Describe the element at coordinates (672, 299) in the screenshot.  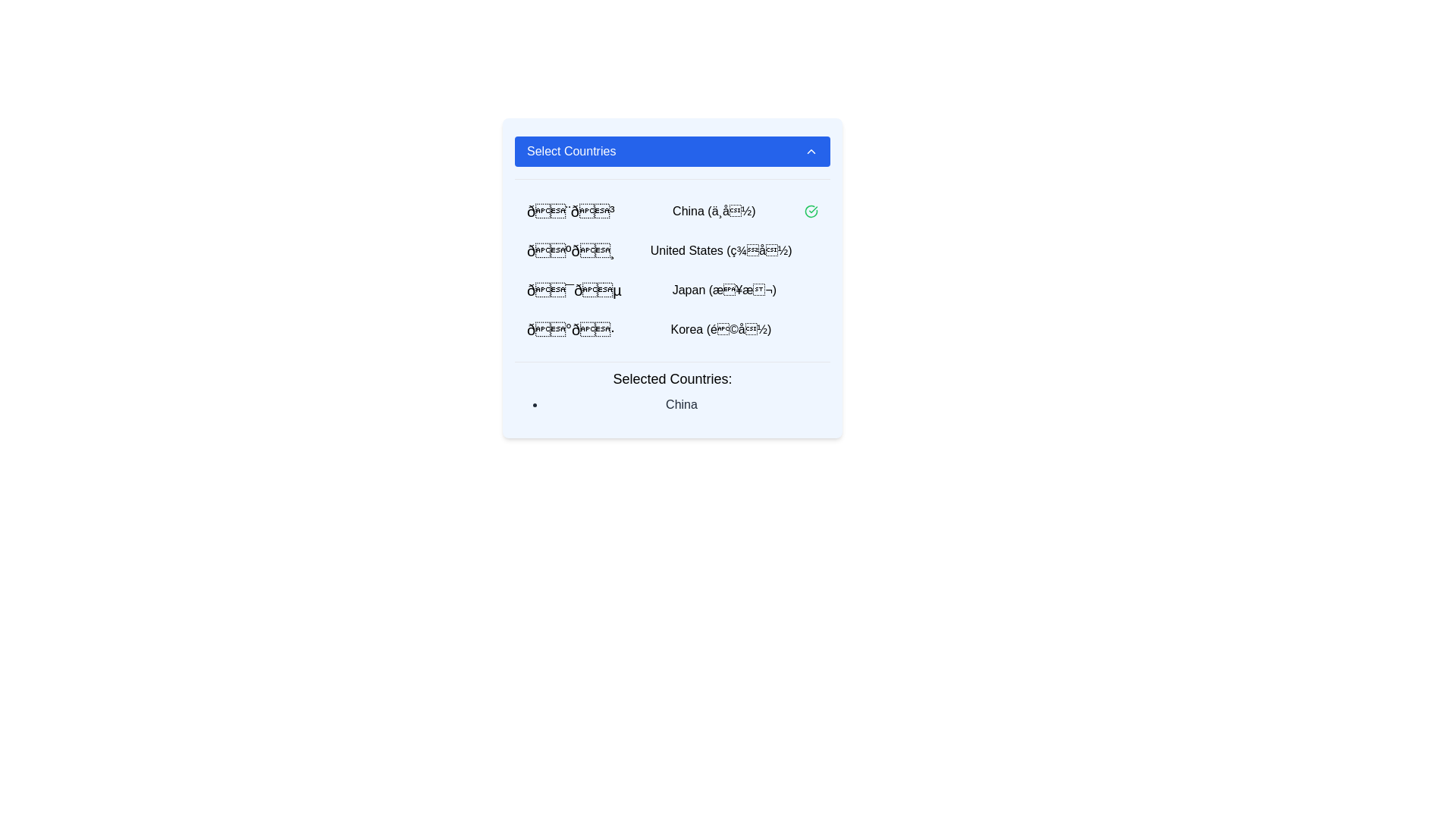
I see `the selectable list item for the country 'Japan' which is located below 'United States' and above 'Korea' in the 'Select Countries' panel to indicate the user's choice` at that location.